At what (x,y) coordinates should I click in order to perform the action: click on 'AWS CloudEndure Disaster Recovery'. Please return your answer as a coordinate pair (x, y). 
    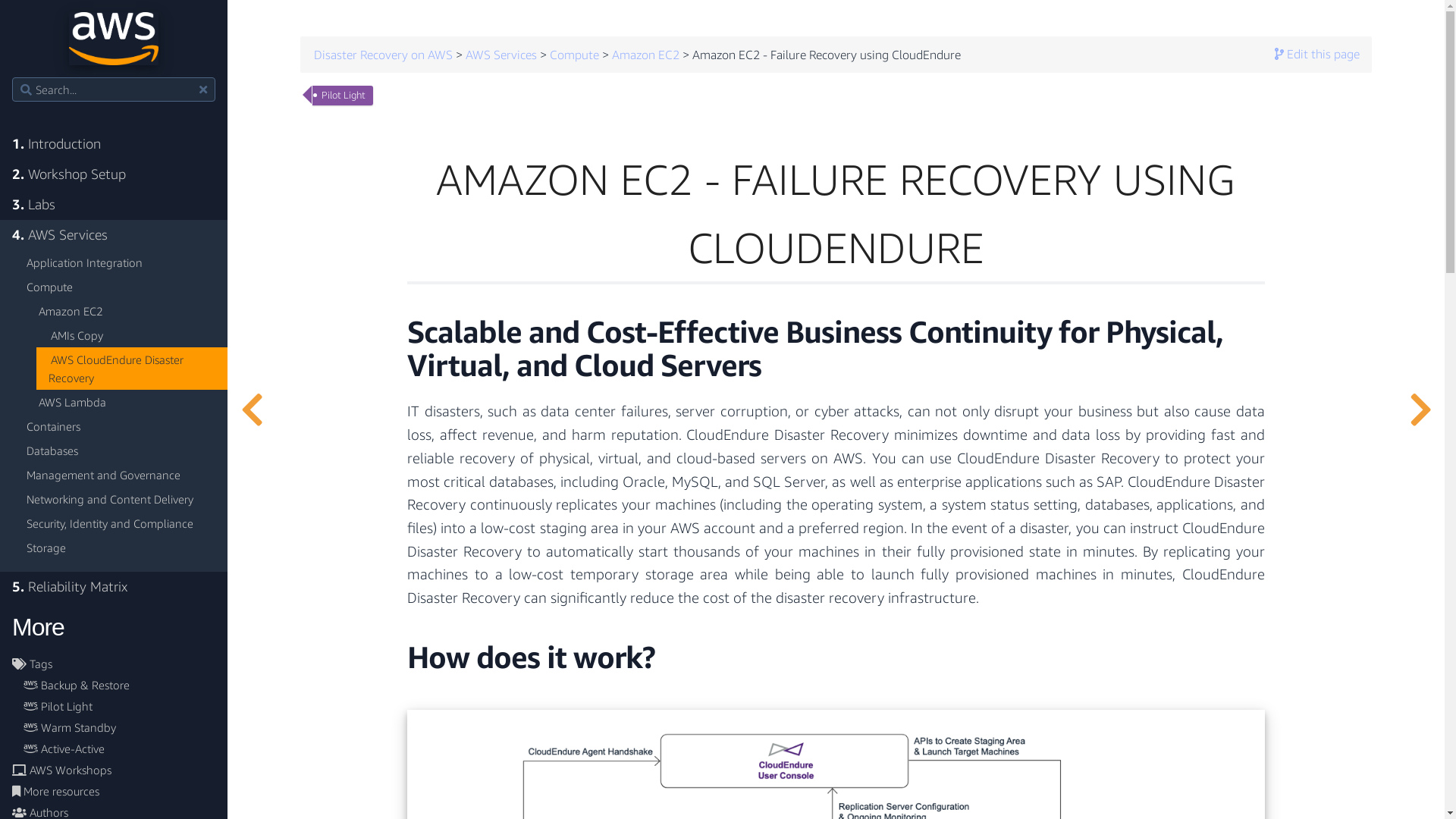
    Looking at the image, I should click on (131, 369).